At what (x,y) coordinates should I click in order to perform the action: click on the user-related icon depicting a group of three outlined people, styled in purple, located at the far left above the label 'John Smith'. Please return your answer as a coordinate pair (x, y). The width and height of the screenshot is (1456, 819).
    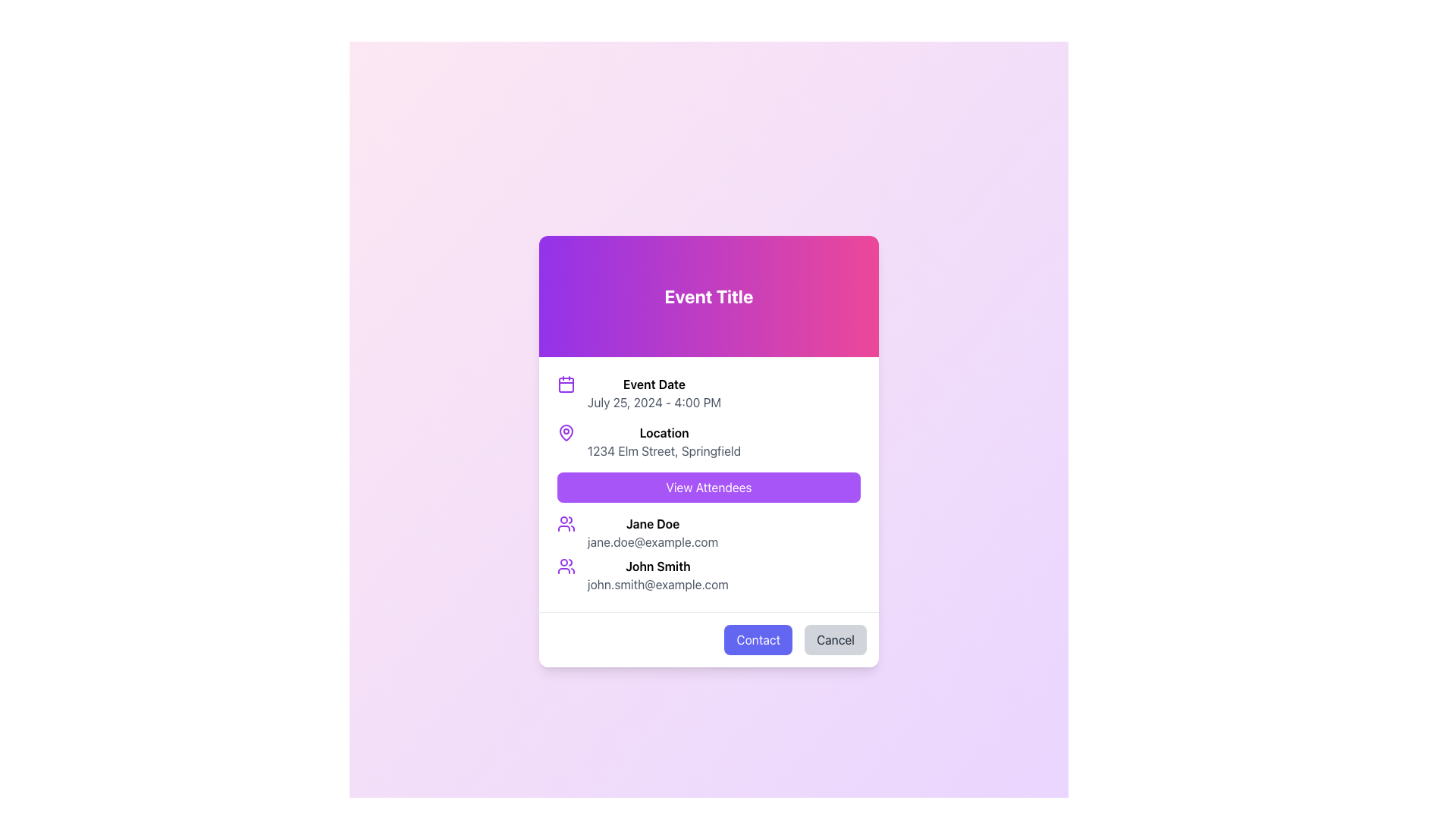
    Looking at the image, I should click on (566, 565).